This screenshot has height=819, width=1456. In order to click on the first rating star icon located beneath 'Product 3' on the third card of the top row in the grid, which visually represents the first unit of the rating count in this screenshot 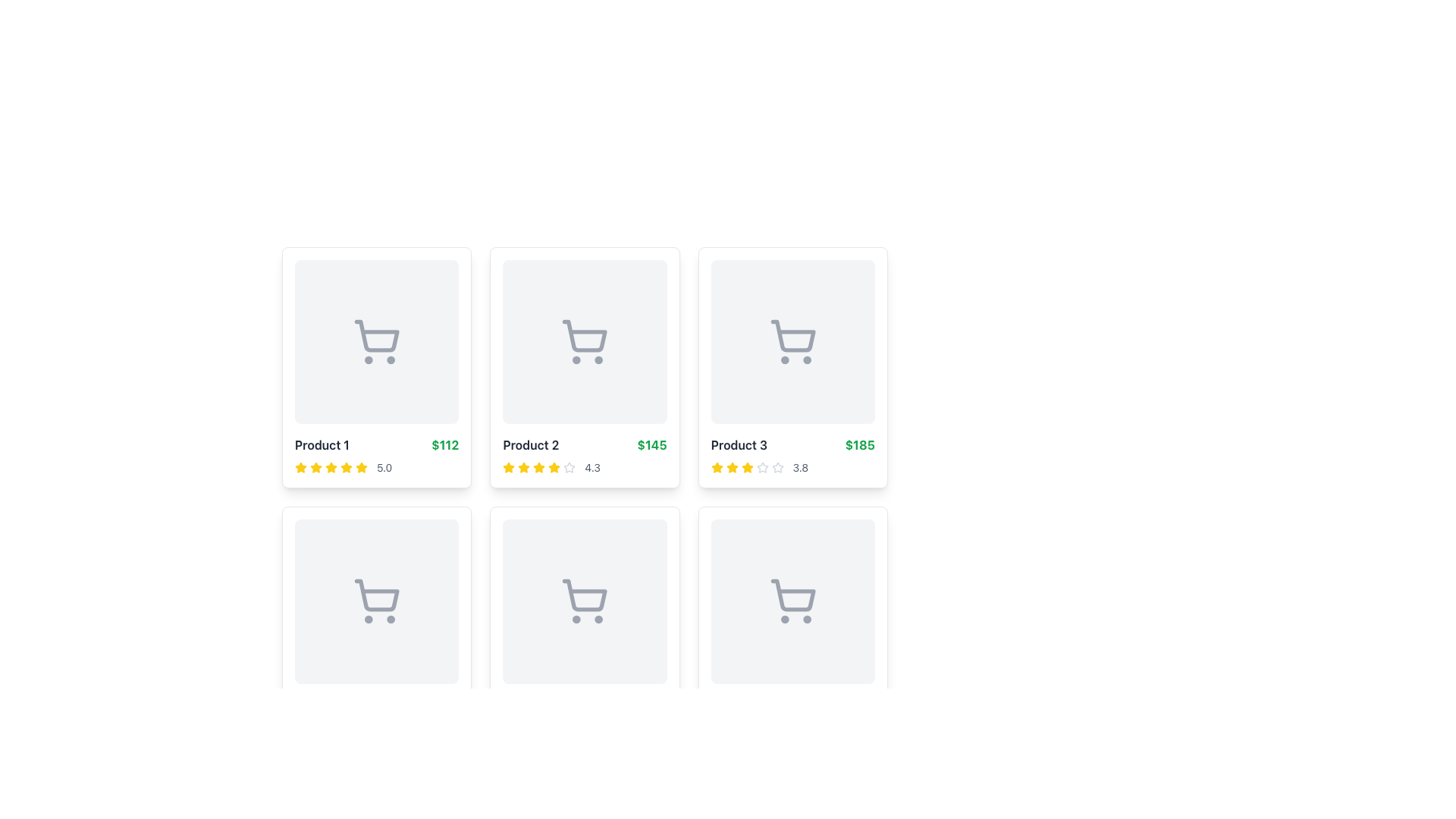, I will do `click(716, 467)`.